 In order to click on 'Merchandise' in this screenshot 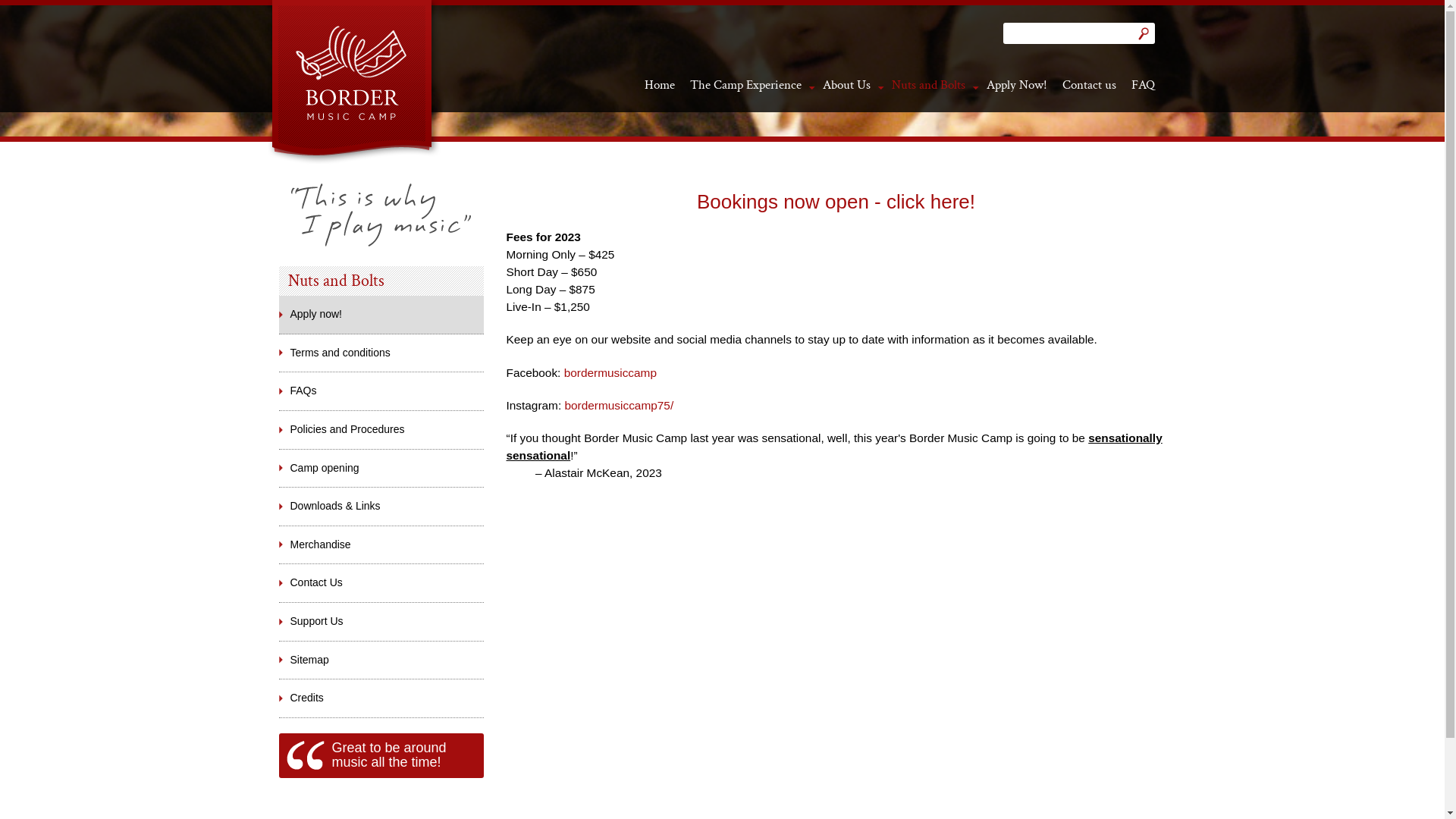, I will do `click(381, 544)`.